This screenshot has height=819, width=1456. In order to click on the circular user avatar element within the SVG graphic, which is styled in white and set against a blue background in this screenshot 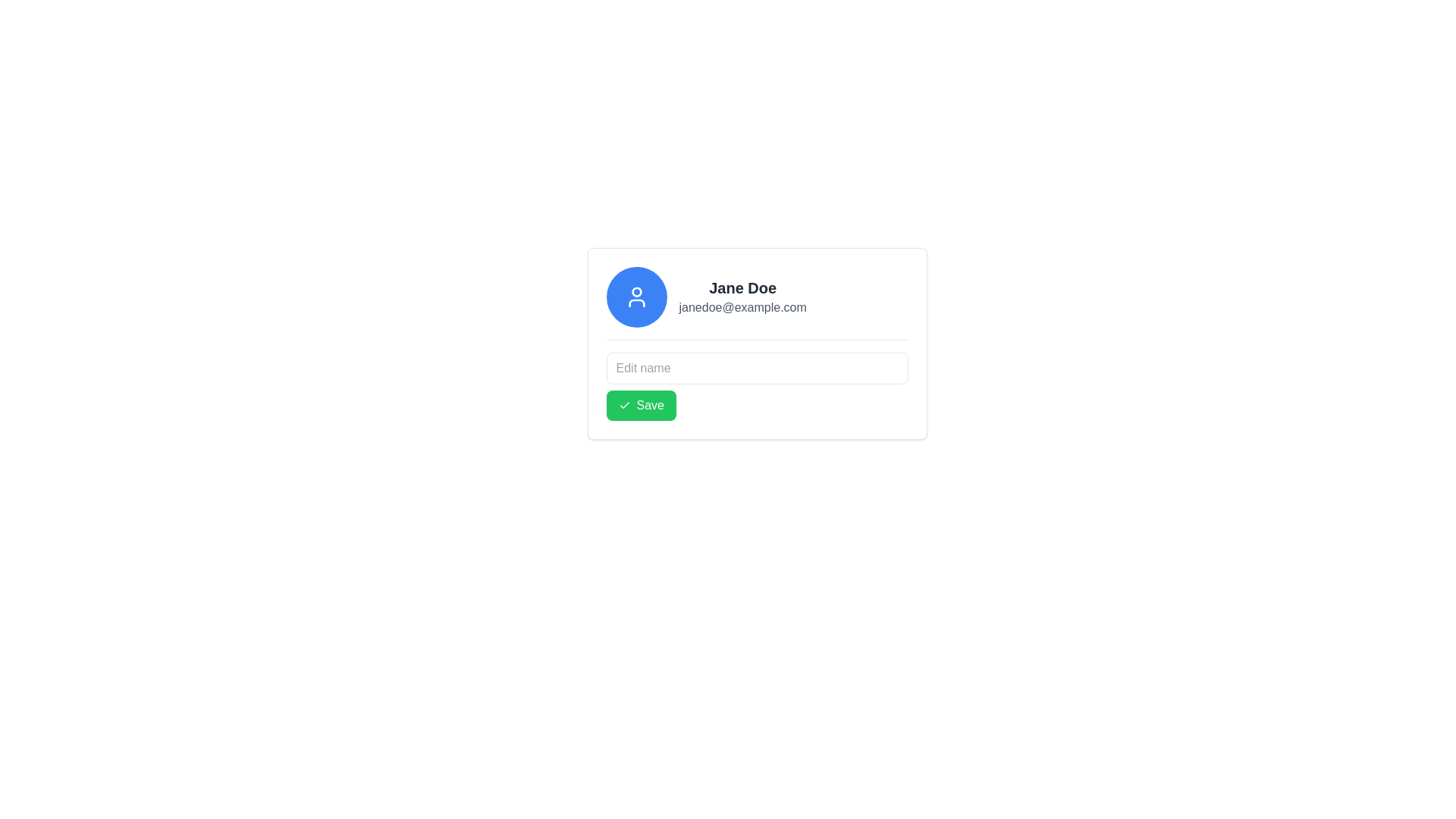, I will do `click(636, 292)`.